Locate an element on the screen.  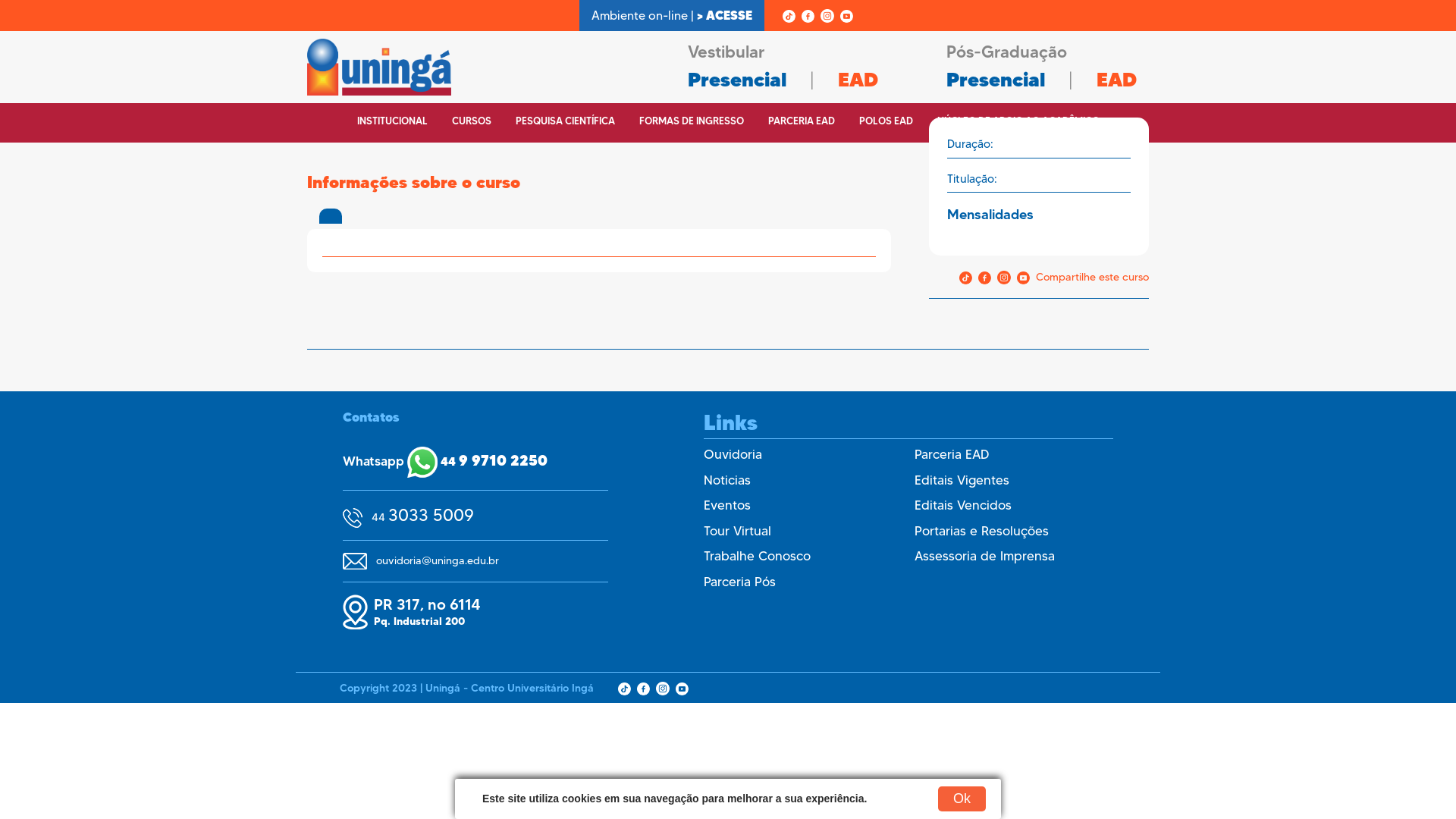
'EAD' is located at coordinates (1116, 79).